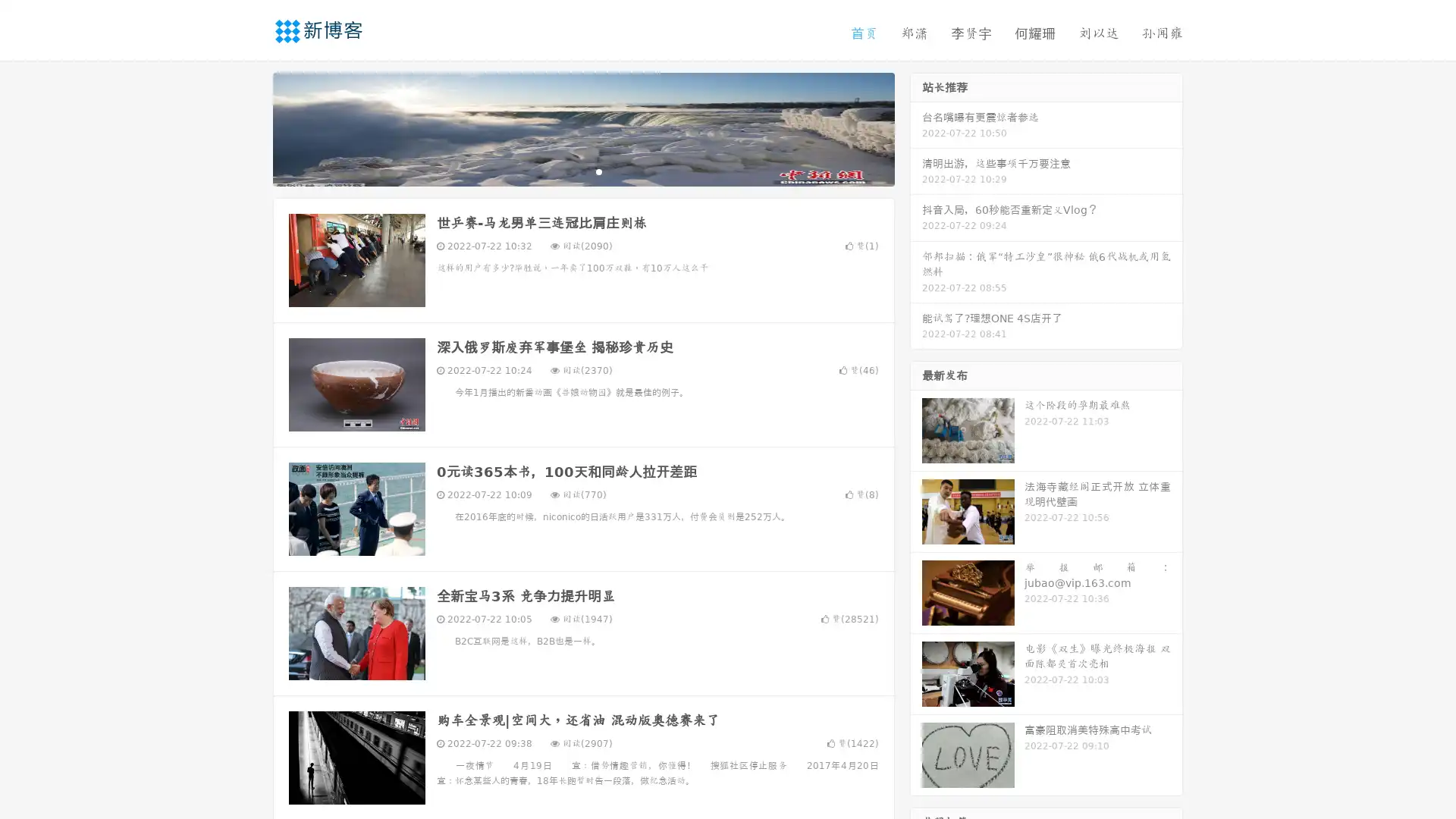 The image size is (1456, 819). What do you see at coordinates (598, 171) in the screenshot?
I see `Go to slide 3` at bounding box center [598, 171].